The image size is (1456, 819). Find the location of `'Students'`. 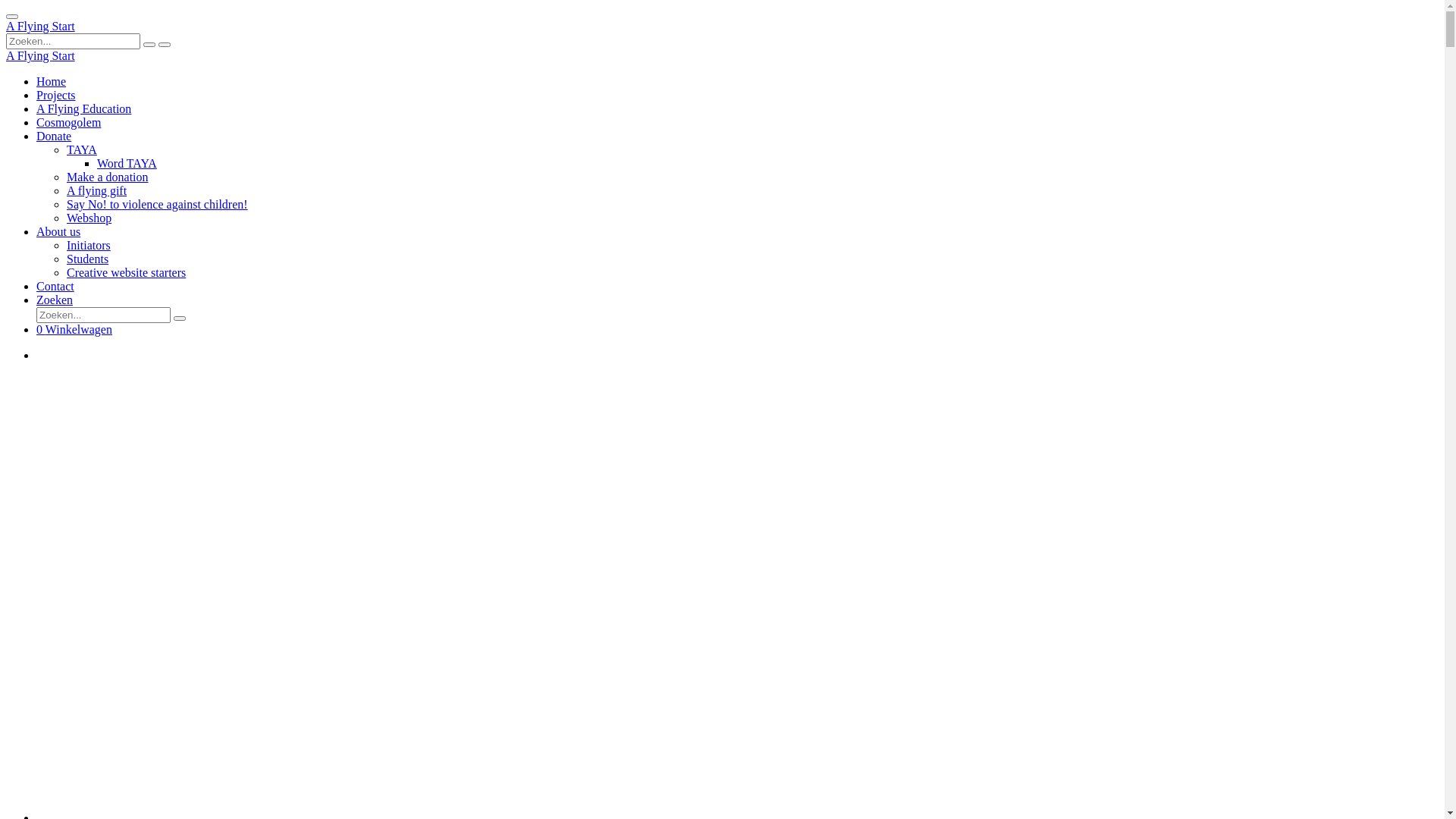

'Students' is located at coordinates (65, 258).